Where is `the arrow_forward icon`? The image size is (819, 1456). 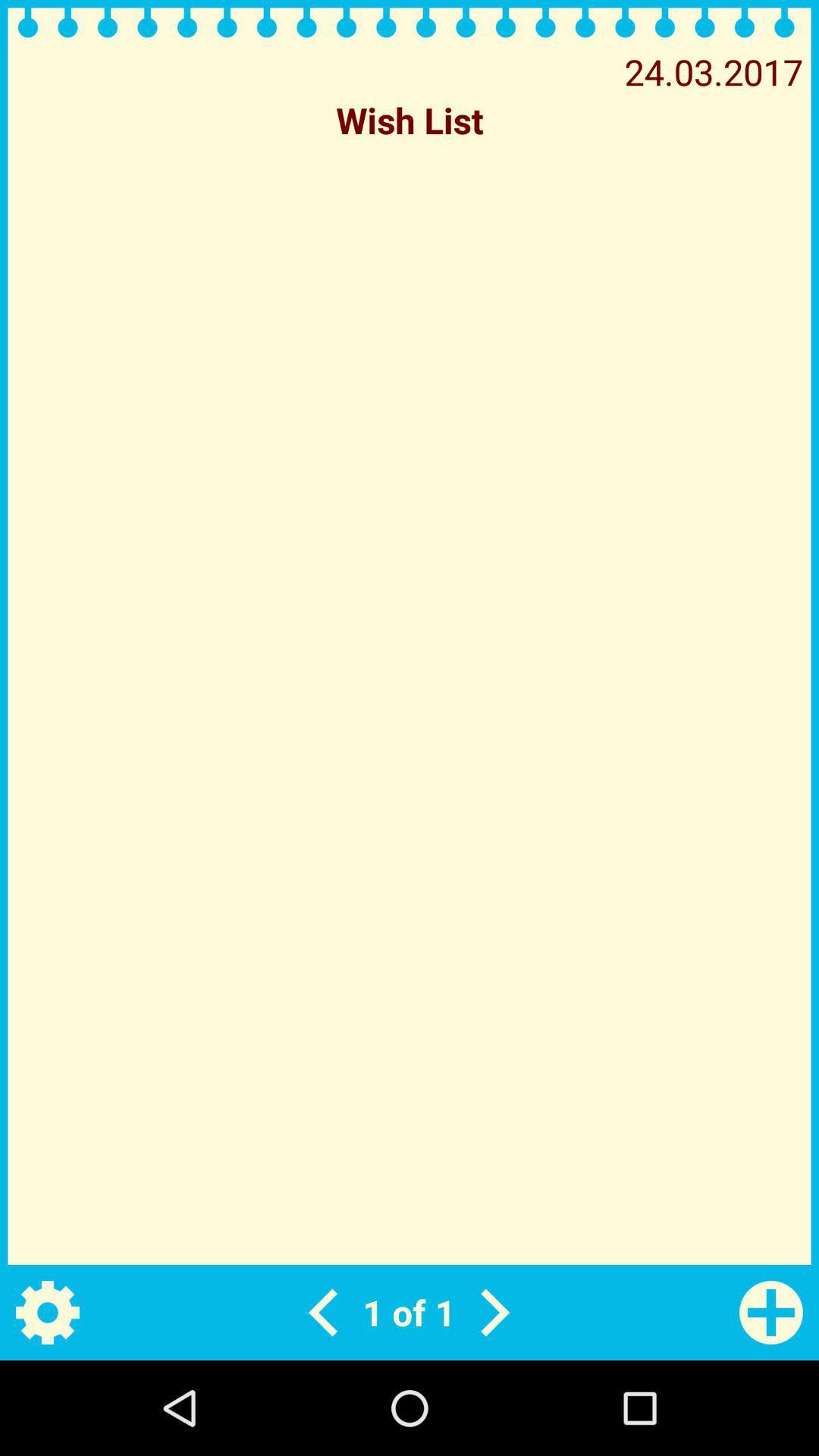
the arrow_forward icon is located at coordinates (495, 1404).